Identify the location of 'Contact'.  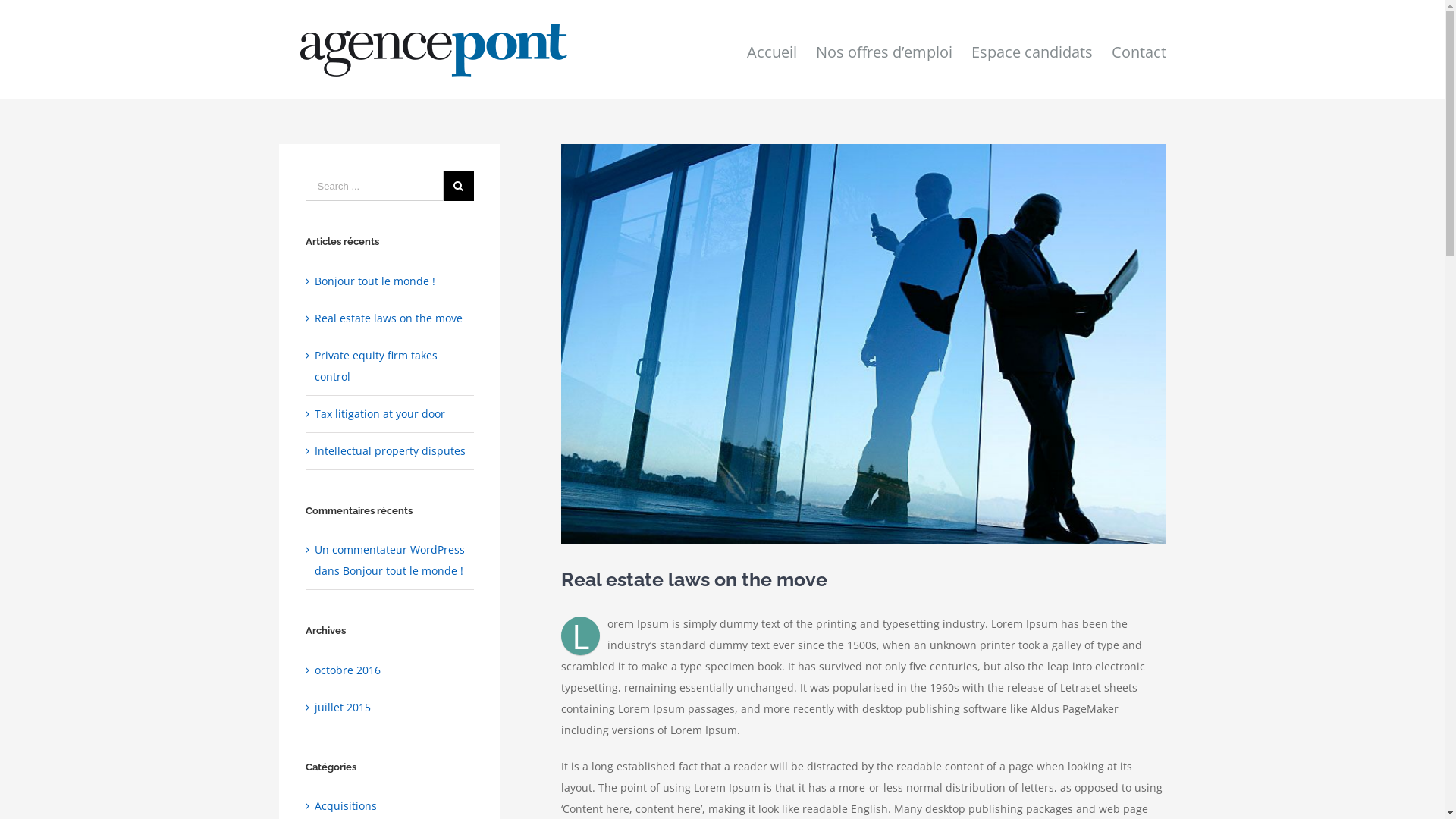
(1111, 49).